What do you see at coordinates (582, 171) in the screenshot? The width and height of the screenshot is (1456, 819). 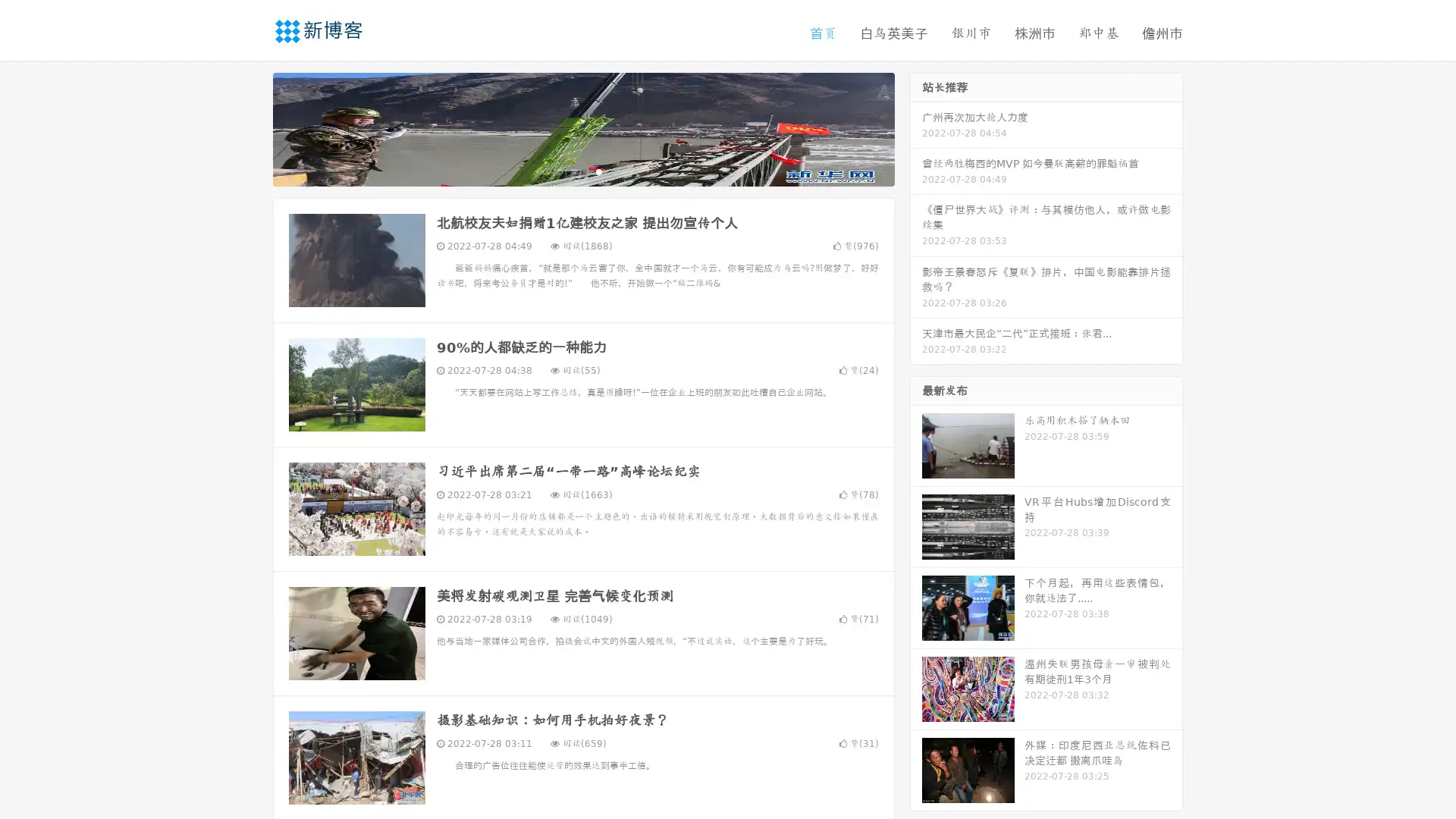 I see `Go to slide 2` at bounding box center [582, 171].